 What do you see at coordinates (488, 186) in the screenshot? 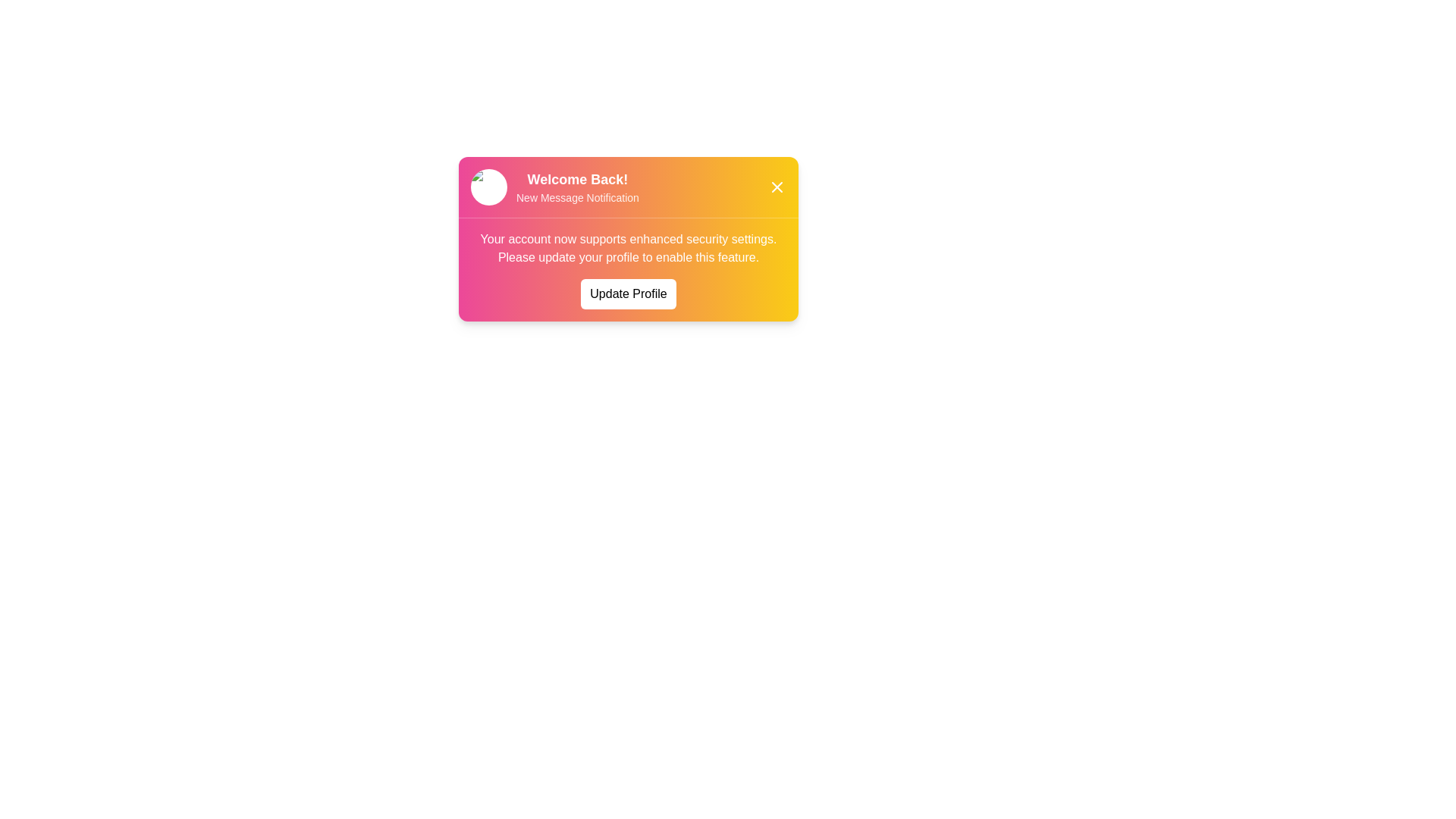
I see `the profile image to view details` at bounding box center [488, 186].